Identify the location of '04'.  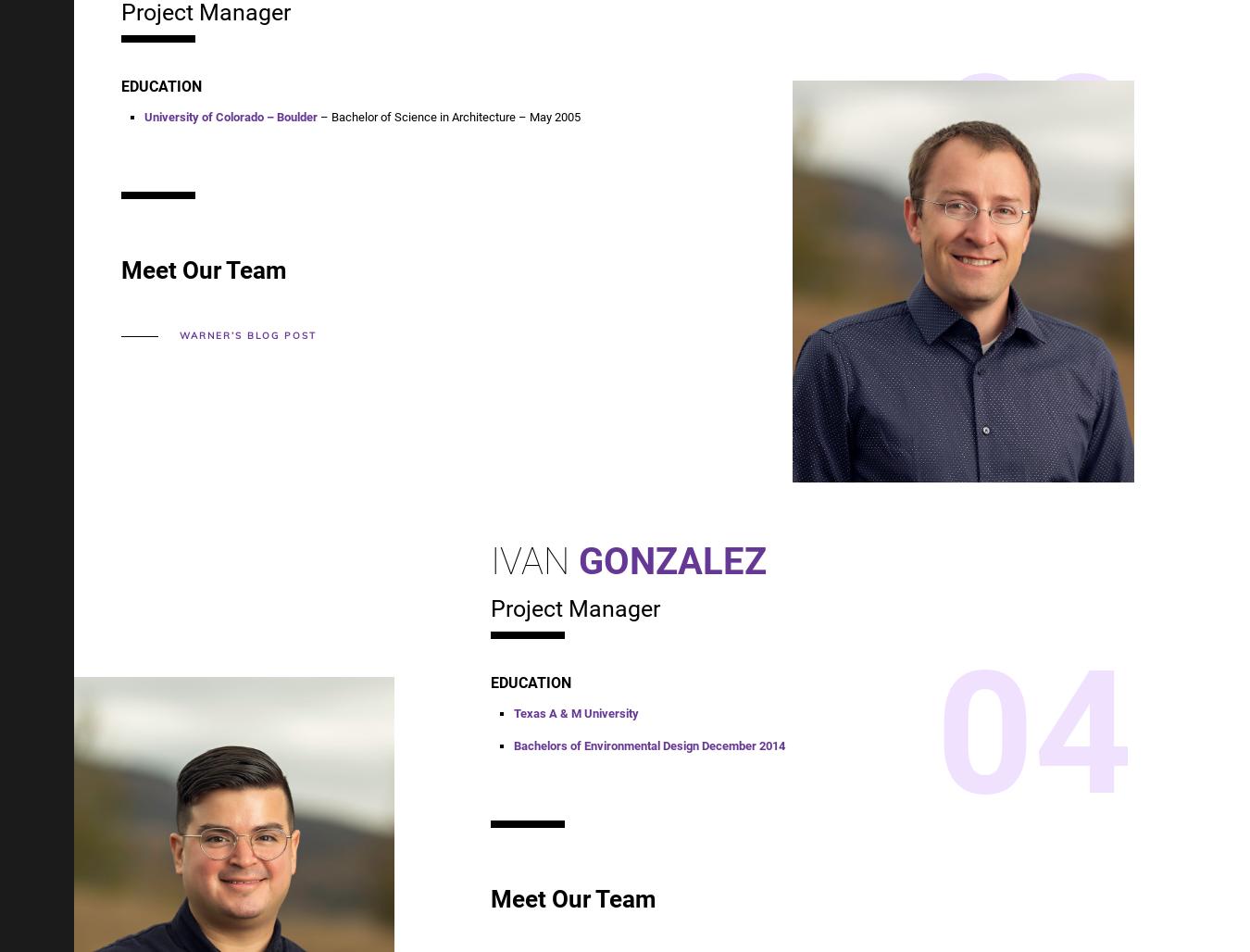
(1033, 733).